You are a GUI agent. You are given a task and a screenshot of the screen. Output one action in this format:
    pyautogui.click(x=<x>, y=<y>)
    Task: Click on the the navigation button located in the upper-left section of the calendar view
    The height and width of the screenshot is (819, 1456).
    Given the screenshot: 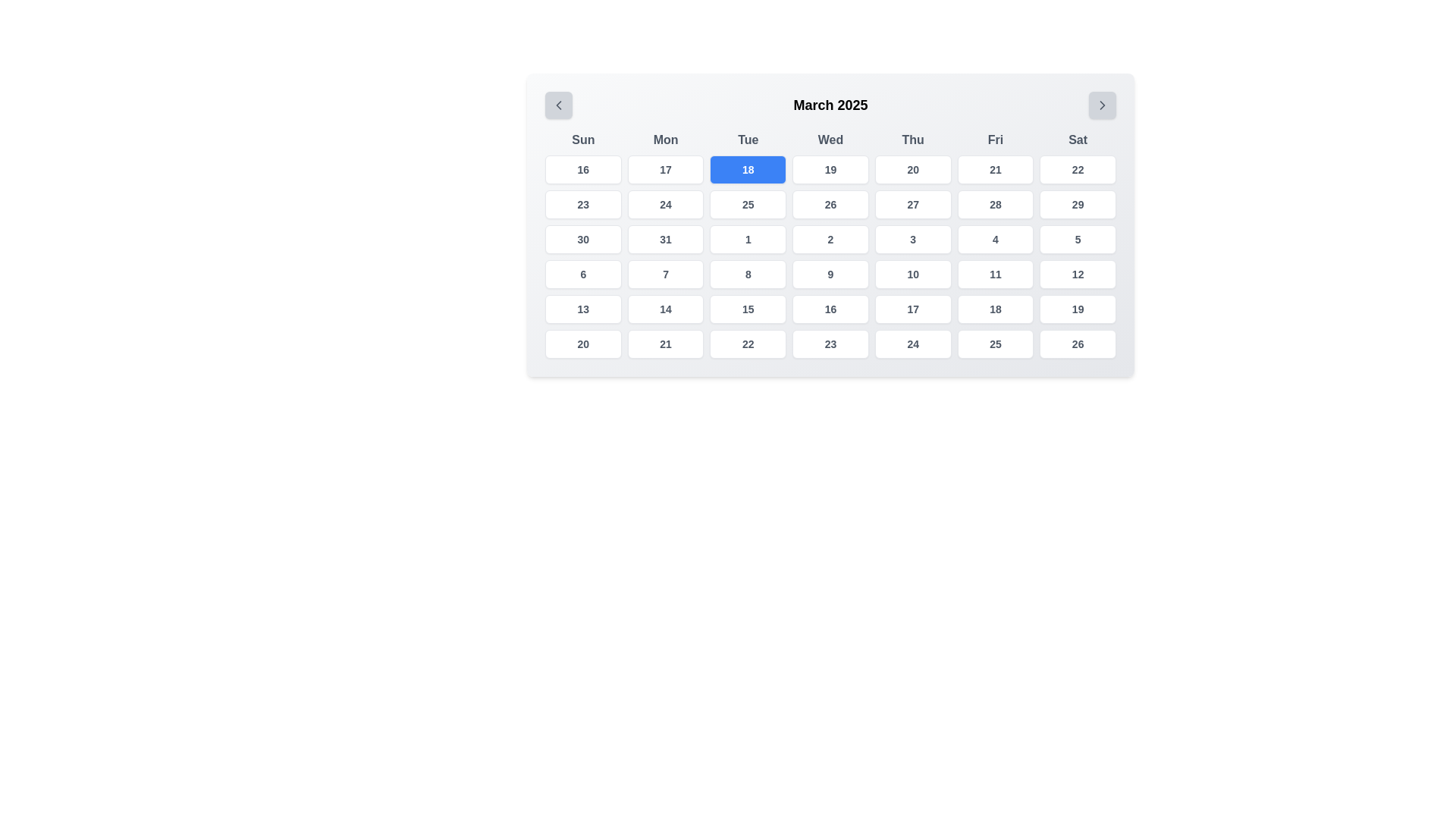 What is the action you would take?
    pyautogui.click(x=558, y=104)
    